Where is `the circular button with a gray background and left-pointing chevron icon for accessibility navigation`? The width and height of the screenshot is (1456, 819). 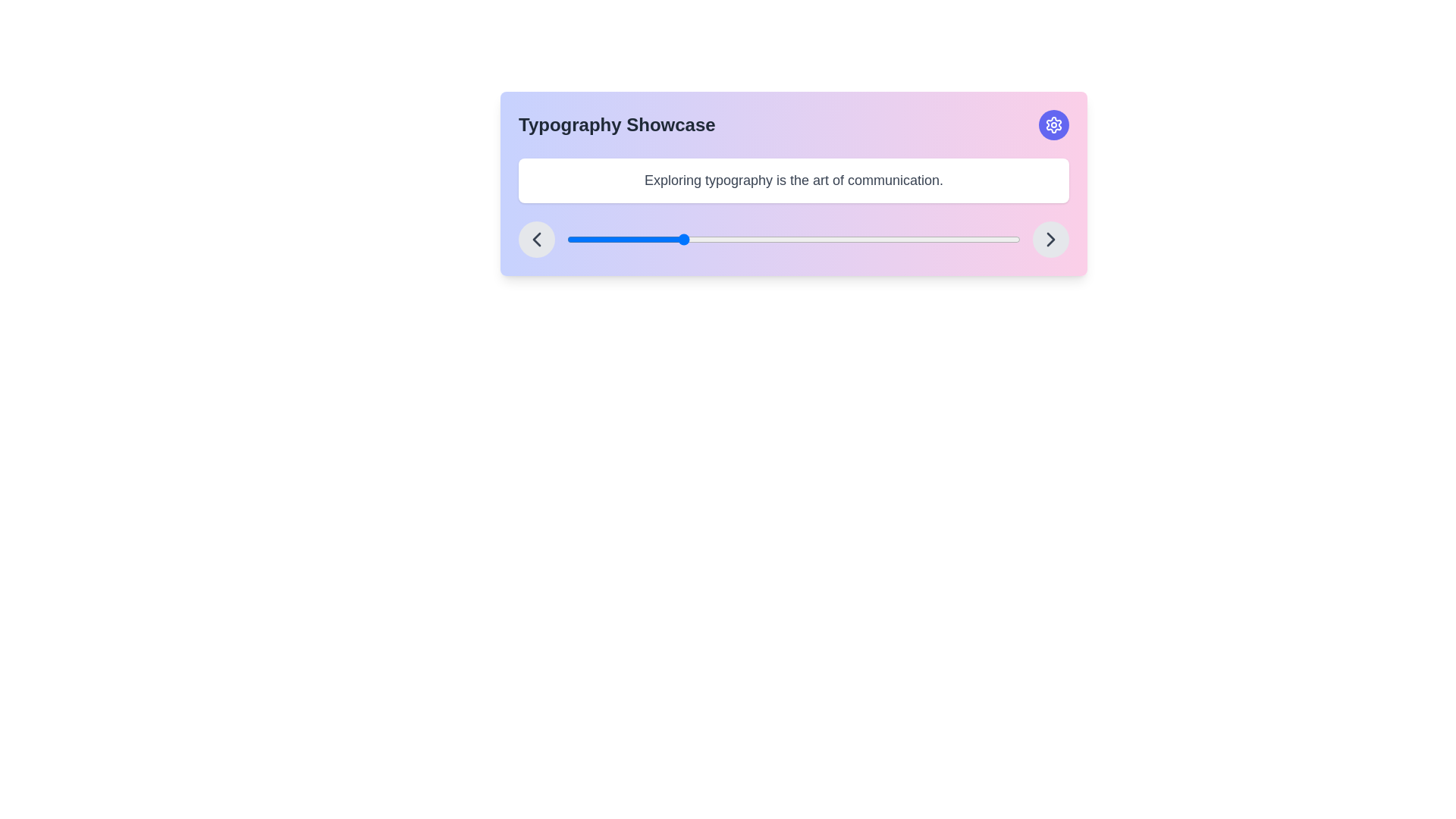
the circular button with a gray background and left-pointing chevron icon for accessibility navigation is located at coordinates (537, 239).